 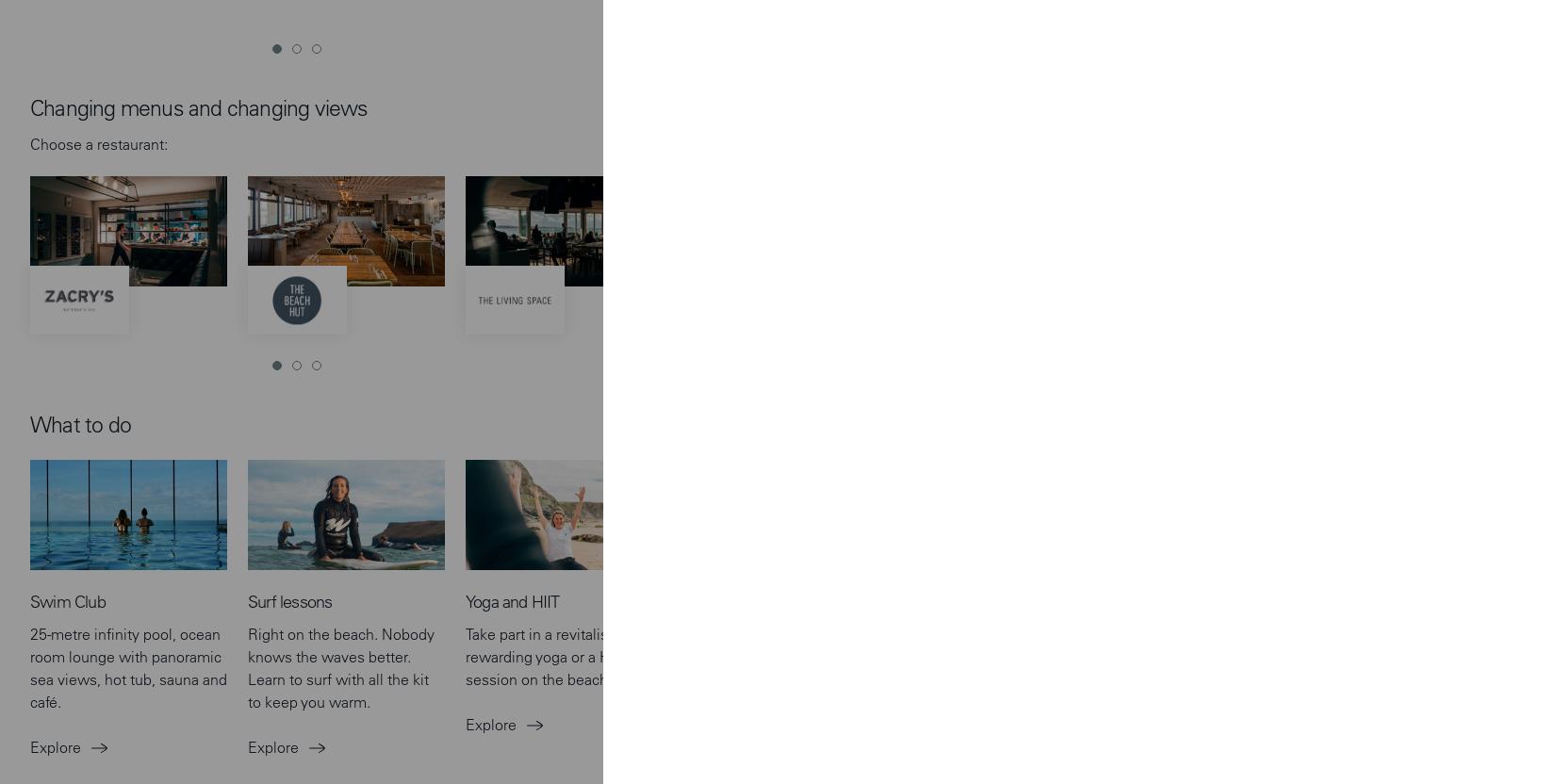 I want to click on 'Coastal and beach walks from the doorstep of the hotel and further afield.', so click(x=983, y=237).